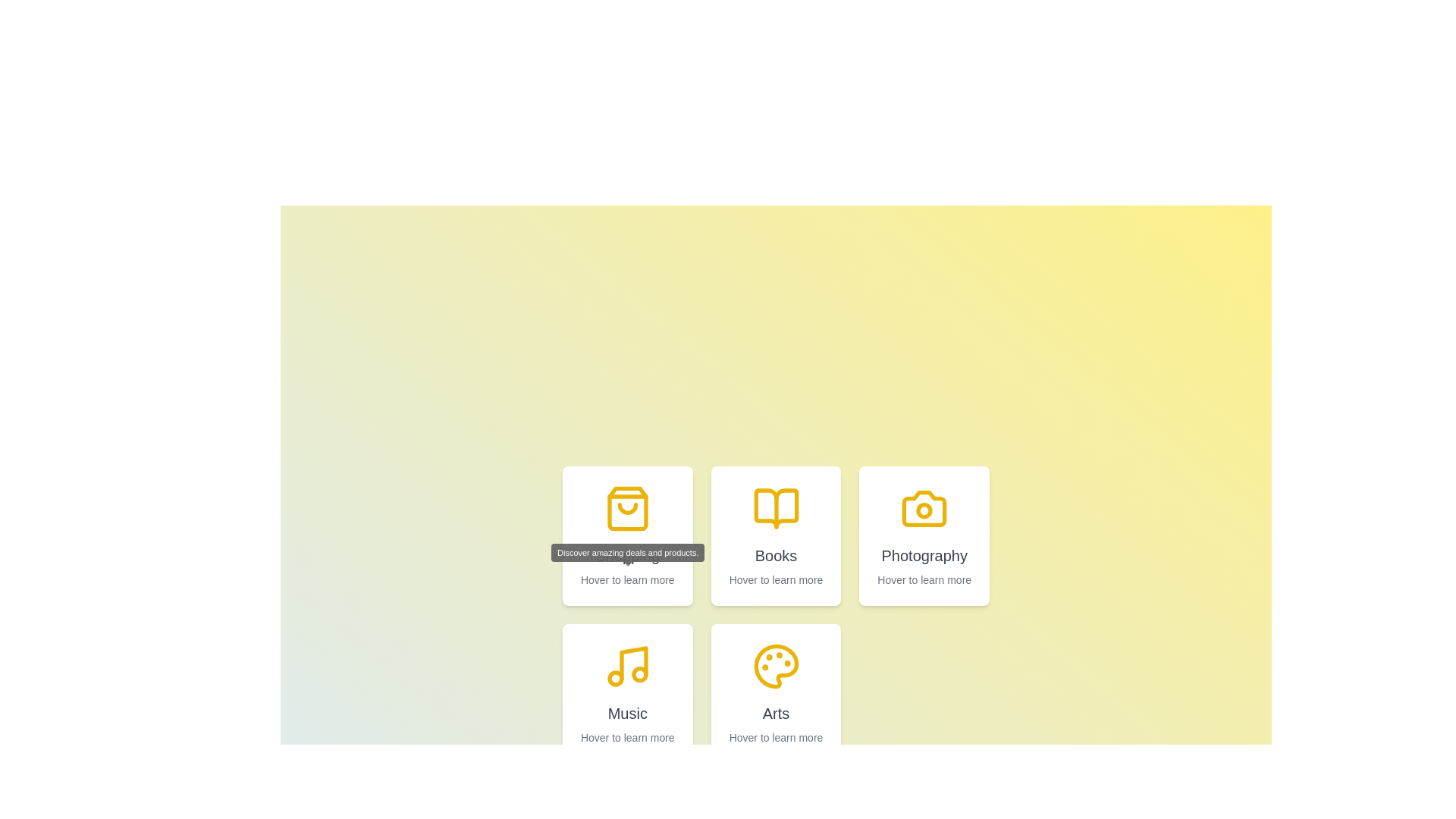 This screenshot has width=1456, height=819. I want to click on the yellow artist's palette icon located centrally above the text 'Arts' in the lower right card of a 2x3 grid, so click(776, 666).